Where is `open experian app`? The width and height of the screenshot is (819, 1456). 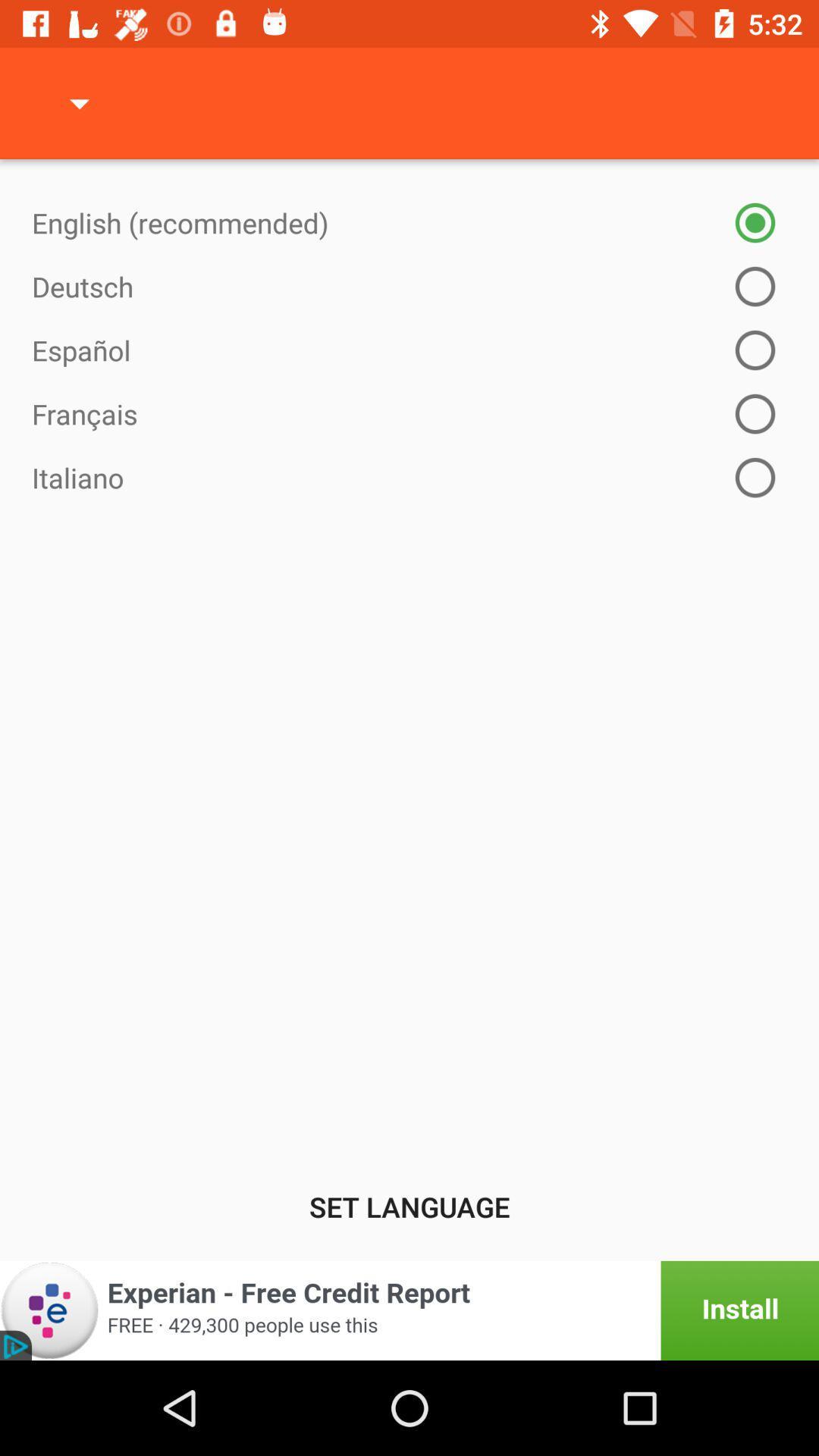
open experian app is located at coordinates (409, 1310).